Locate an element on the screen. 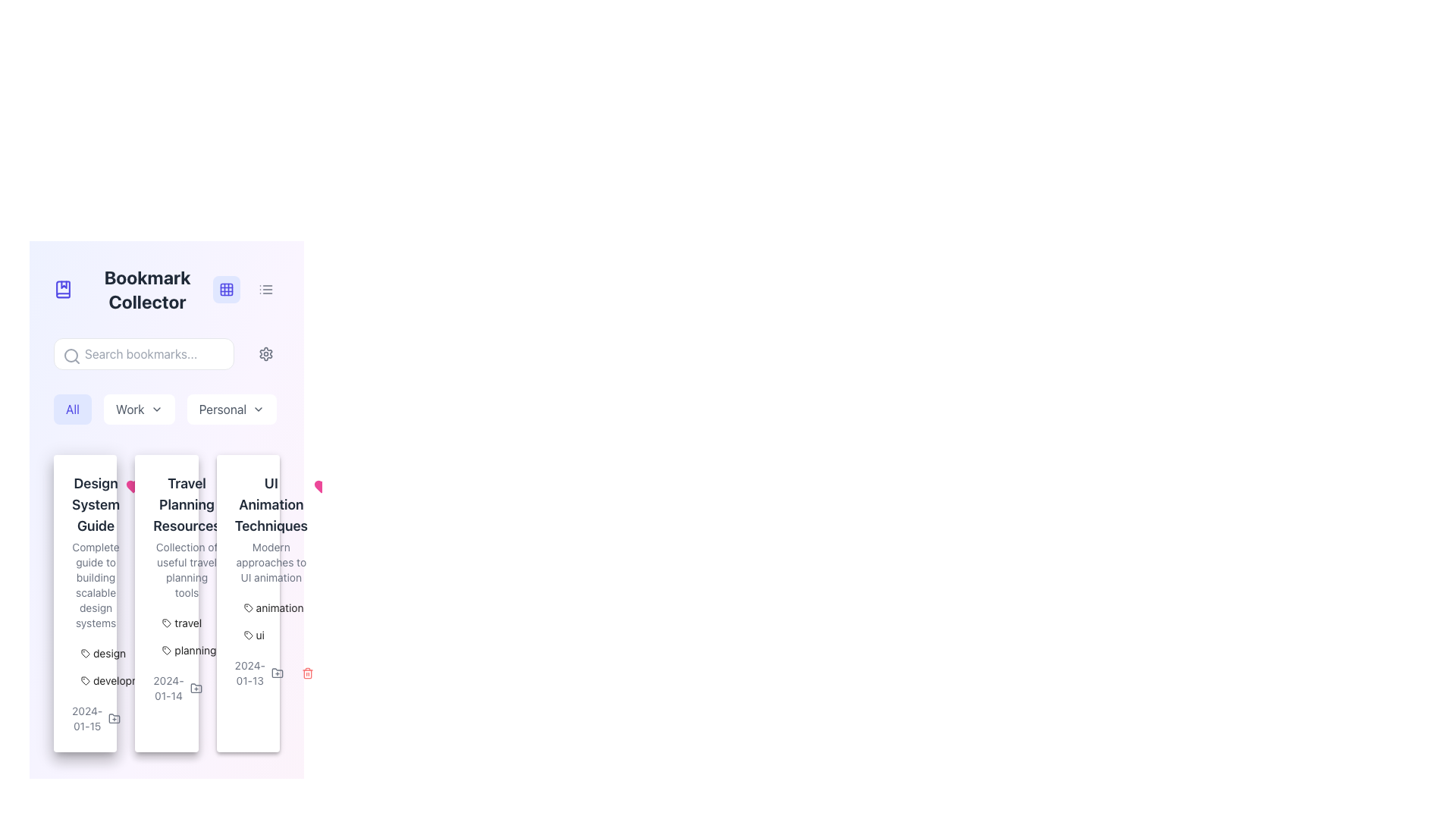 This screenshot has width=1456, height=819. the card titled 'UI Animation Techniques' which is the third card in a horizontally scrollable list, featuring a bold top line and a lighter bottom line is located at coordinates (271, 529).